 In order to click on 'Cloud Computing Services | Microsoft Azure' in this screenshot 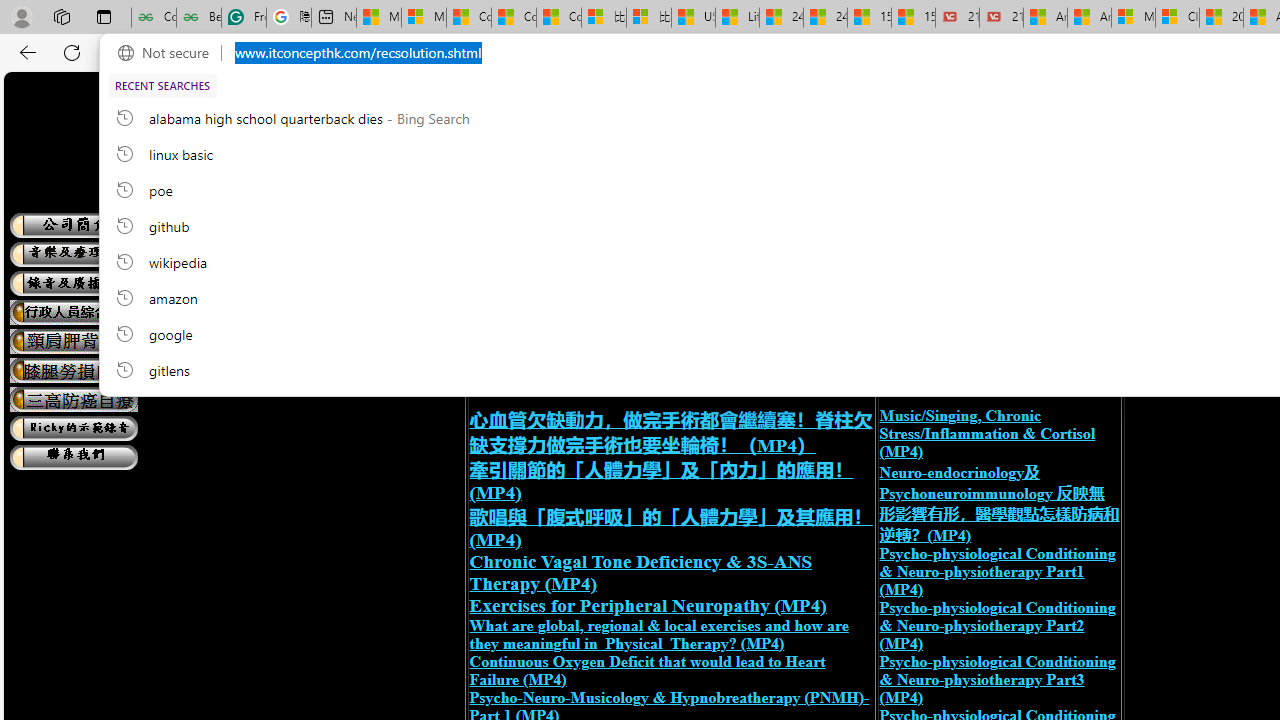, I will do `click(1177, 17)`.